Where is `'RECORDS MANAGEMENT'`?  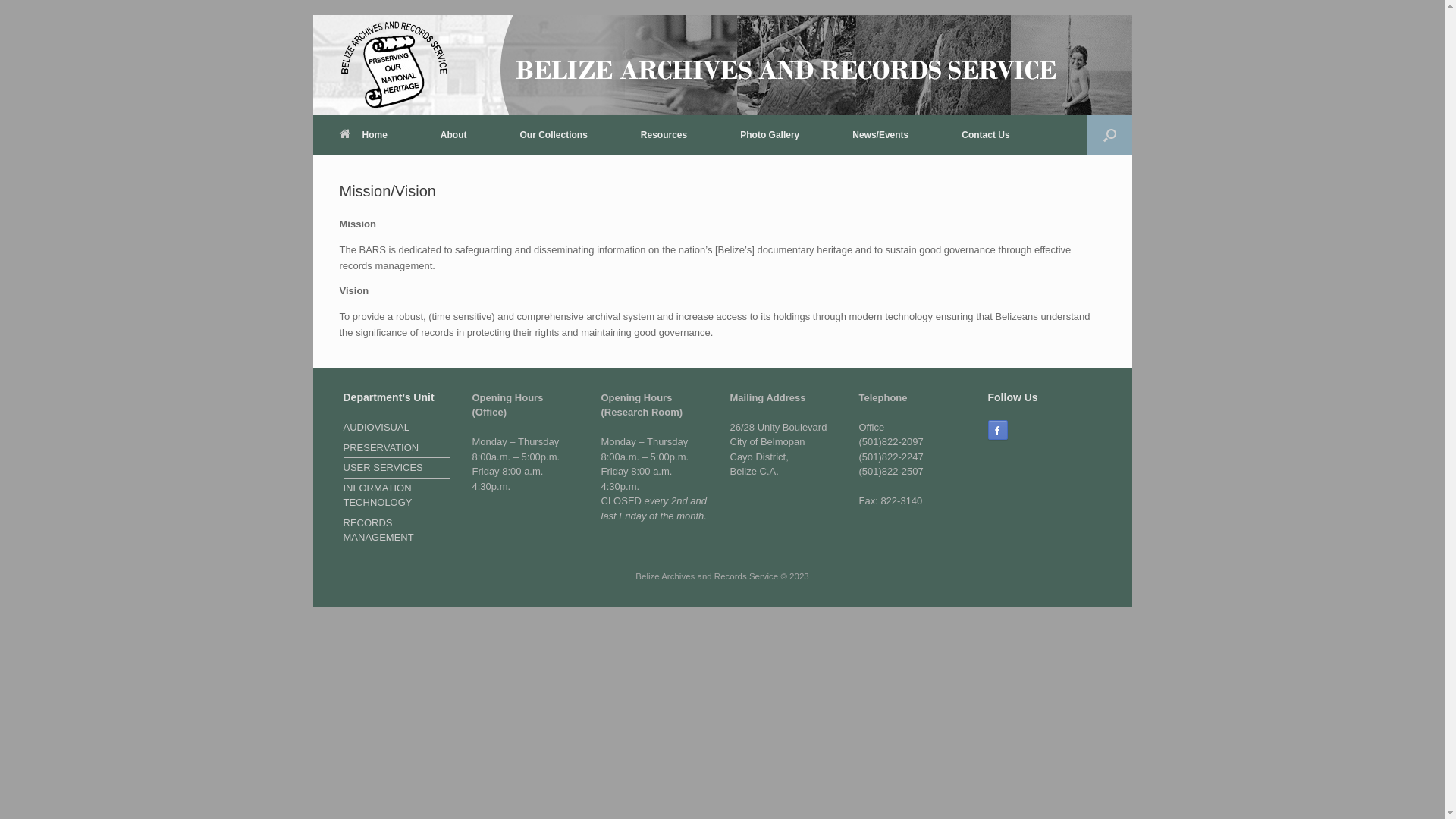
'RECORDS MANAGEMENT' is located at coordinates (396, 531).